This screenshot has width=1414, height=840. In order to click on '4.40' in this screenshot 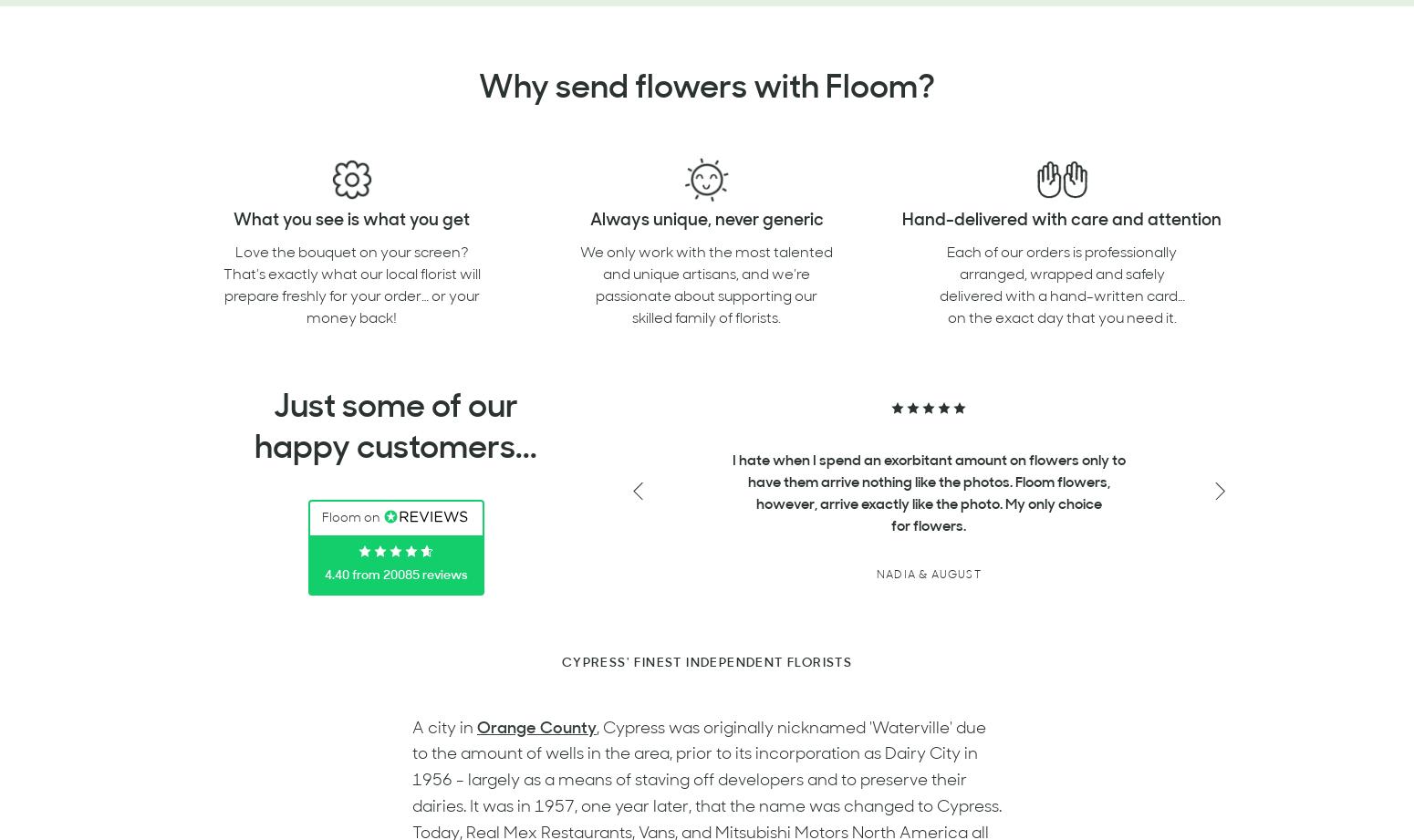, I will do `click(335, 575)`.